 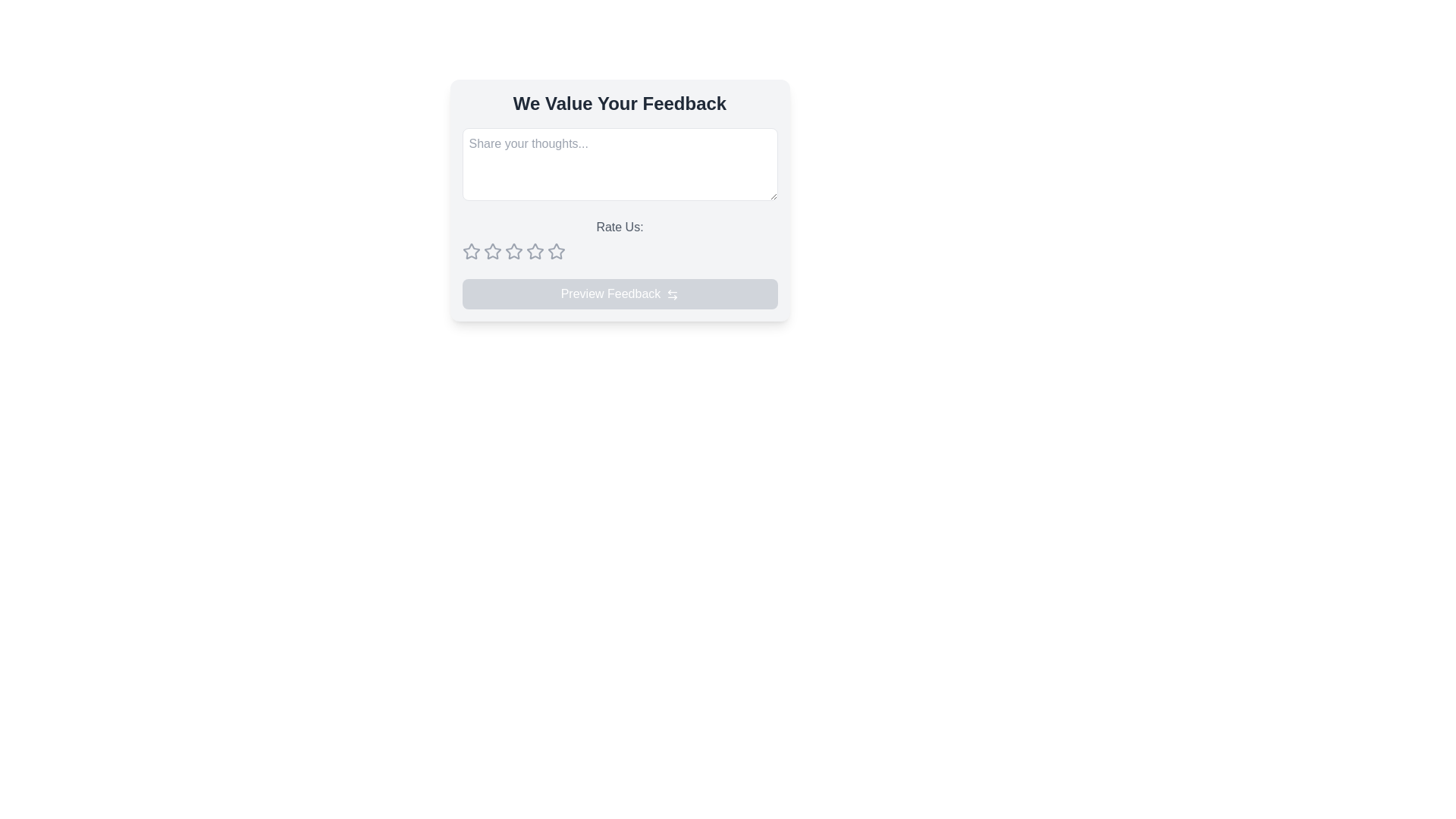 I want to click on the fifth star icon in the interactive rating star sequence, so click(x=555, y=250).